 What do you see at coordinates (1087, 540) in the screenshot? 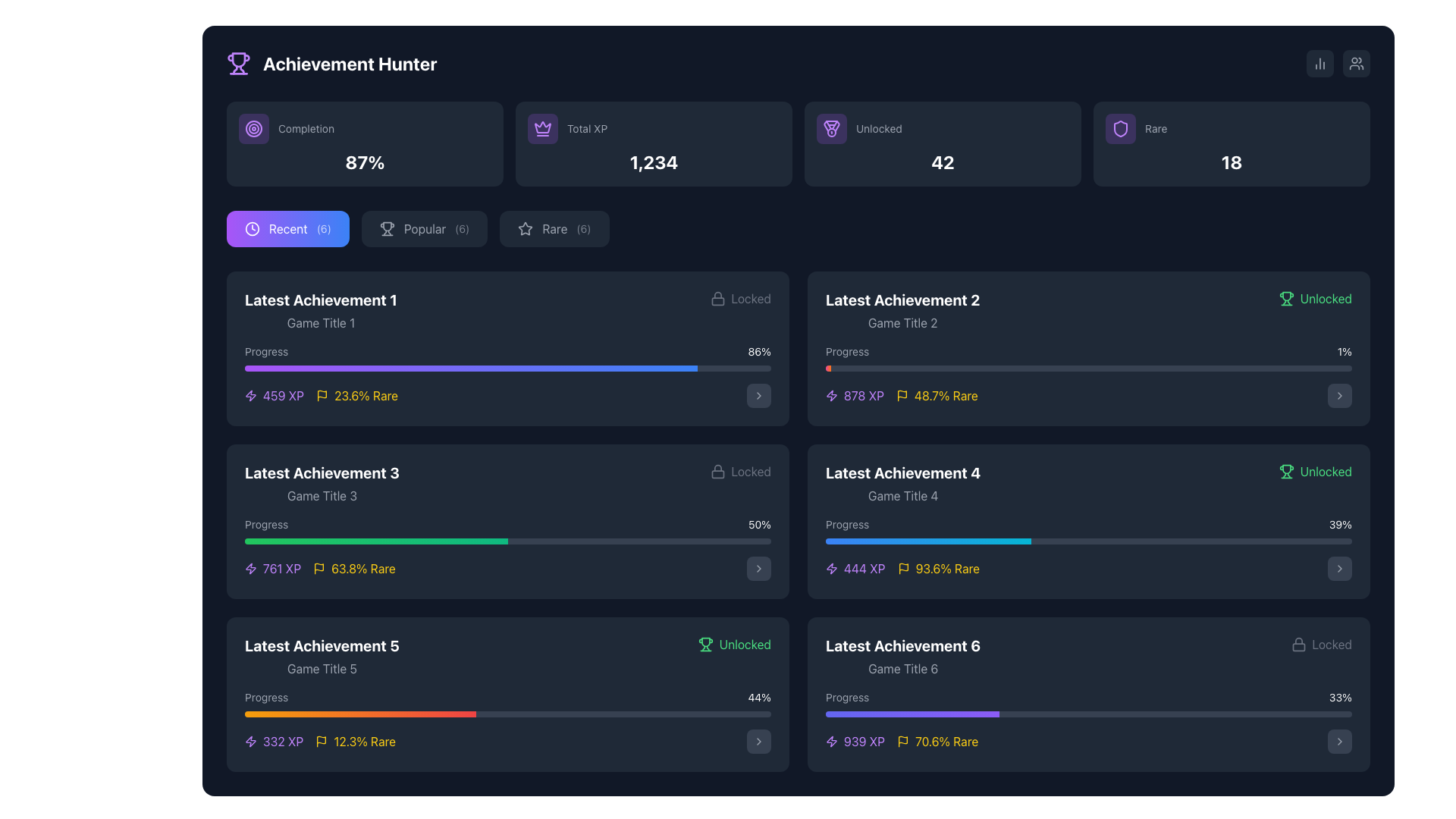
I see `the horizontal progress bar located in the 'Latest Achievement 4' section, which has a dark gray background and a gradient fill from blue to cyan, positioned below the text 'Progress' and the value '39%.'` at bounding box center [1087, 540].